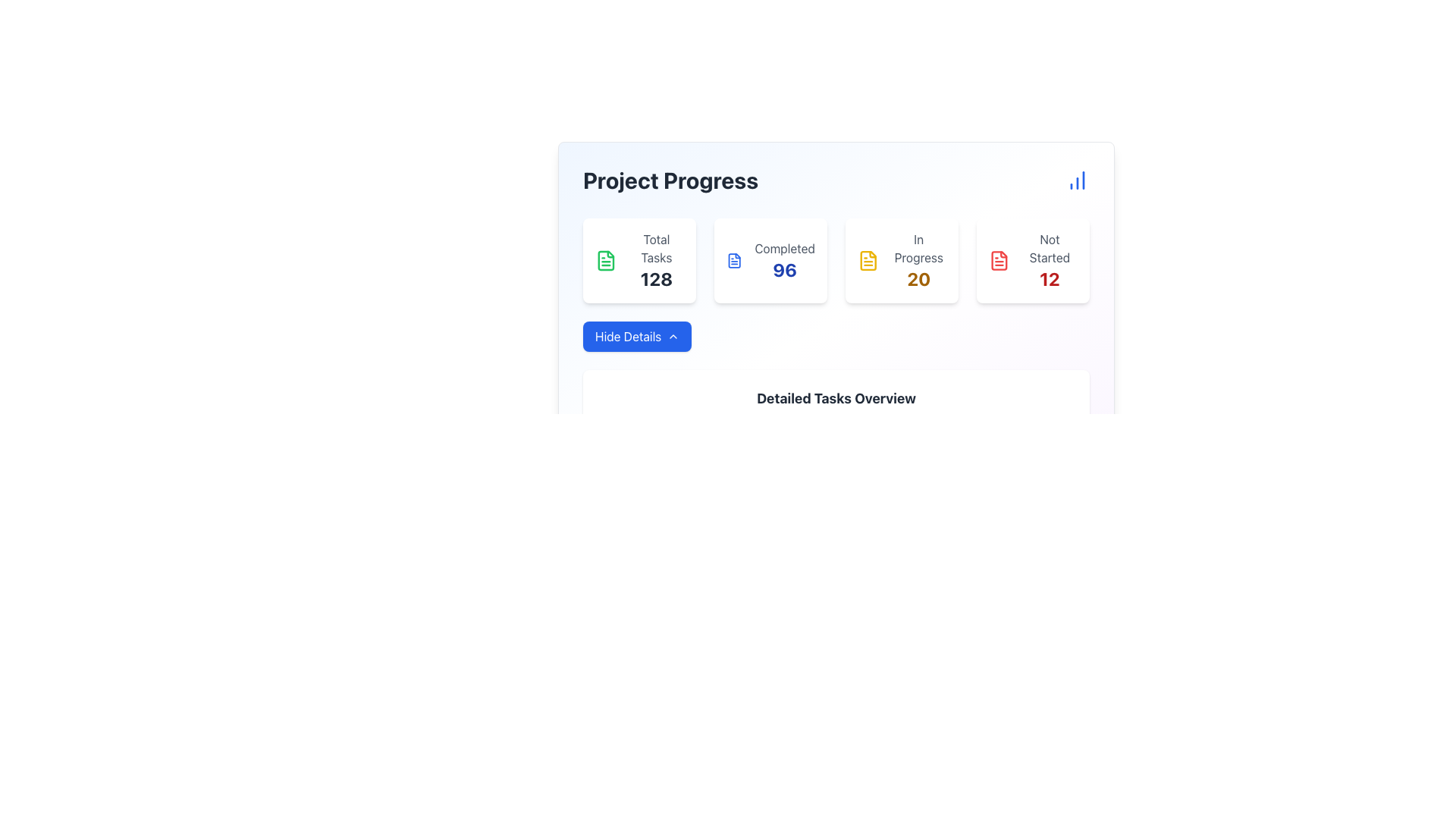  What do you see at coordinates (868, 259) in the screenshot?
I see `the bright yellow document icon with a line design located prominently to the left of the text '20' in the 'In Progress' section of the 'Project Progress' dashboard` at bounding box center [868, 259].